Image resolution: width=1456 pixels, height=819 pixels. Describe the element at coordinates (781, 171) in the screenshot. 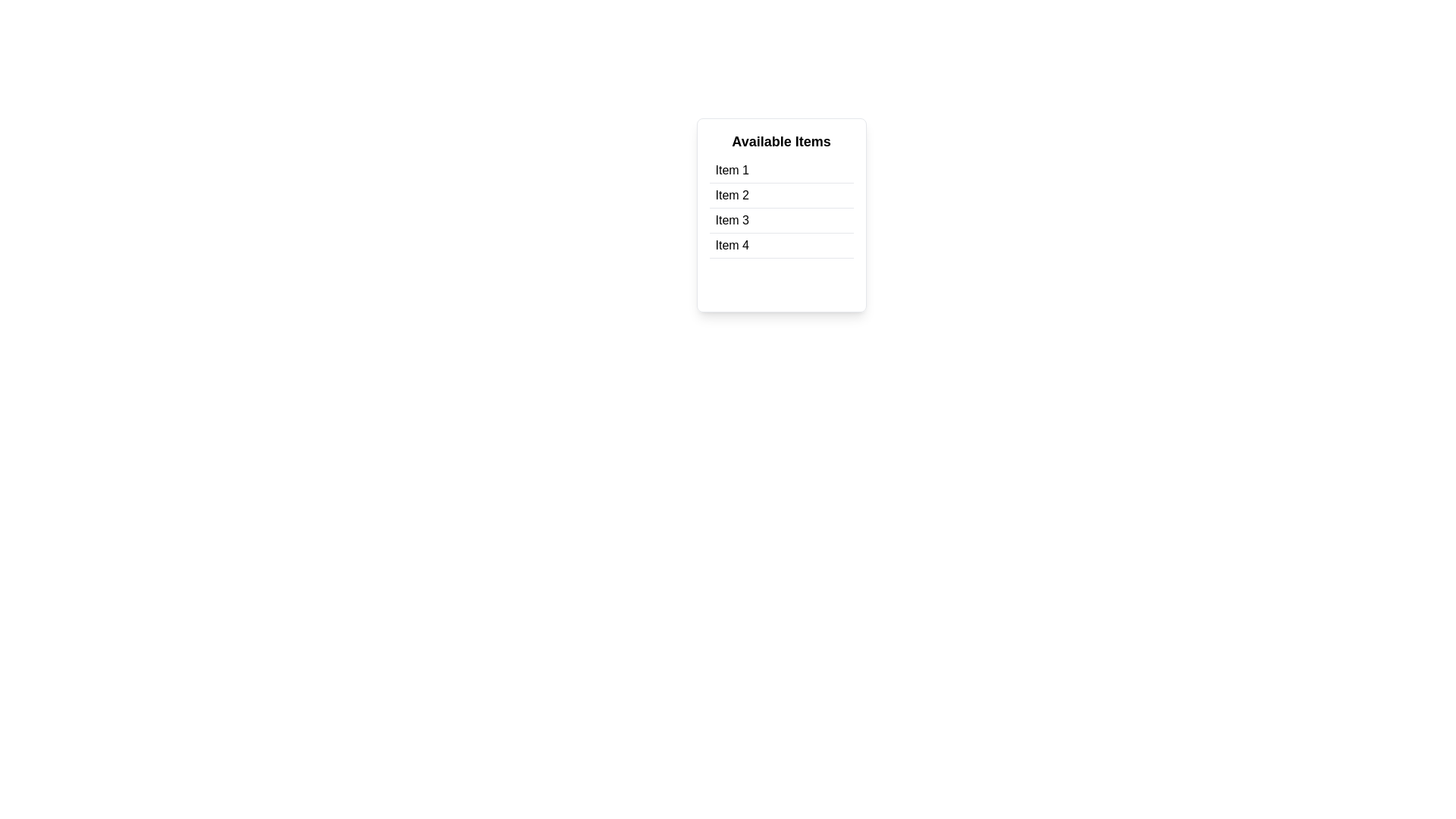

I see `the first row of the vertical list within the bordered card labeled 'Available Items'` at that location.